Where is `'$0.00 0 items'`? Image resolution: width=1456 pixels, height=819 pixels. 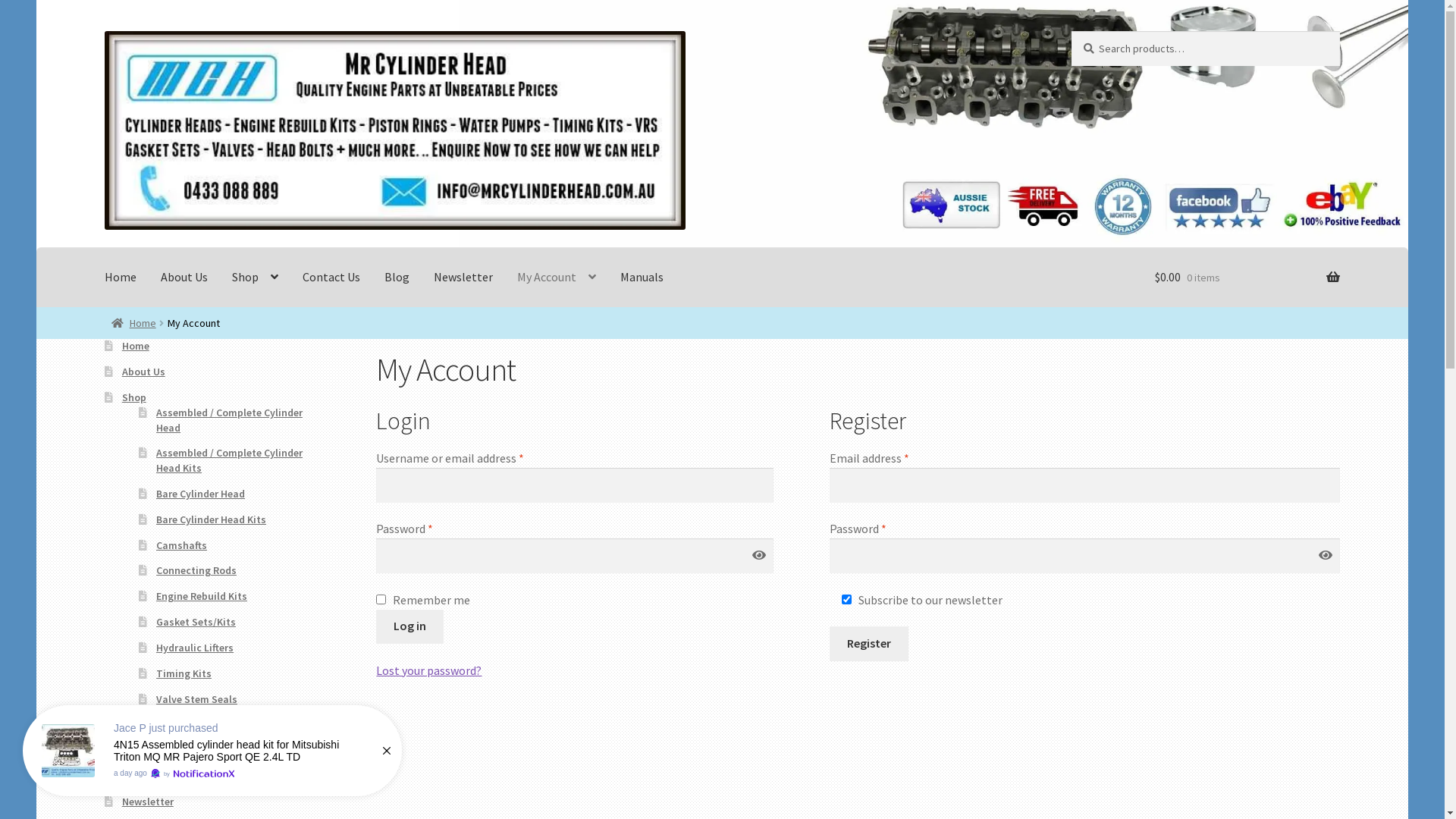 '$0.00 0 items' is located at coordinates (1247, 278).